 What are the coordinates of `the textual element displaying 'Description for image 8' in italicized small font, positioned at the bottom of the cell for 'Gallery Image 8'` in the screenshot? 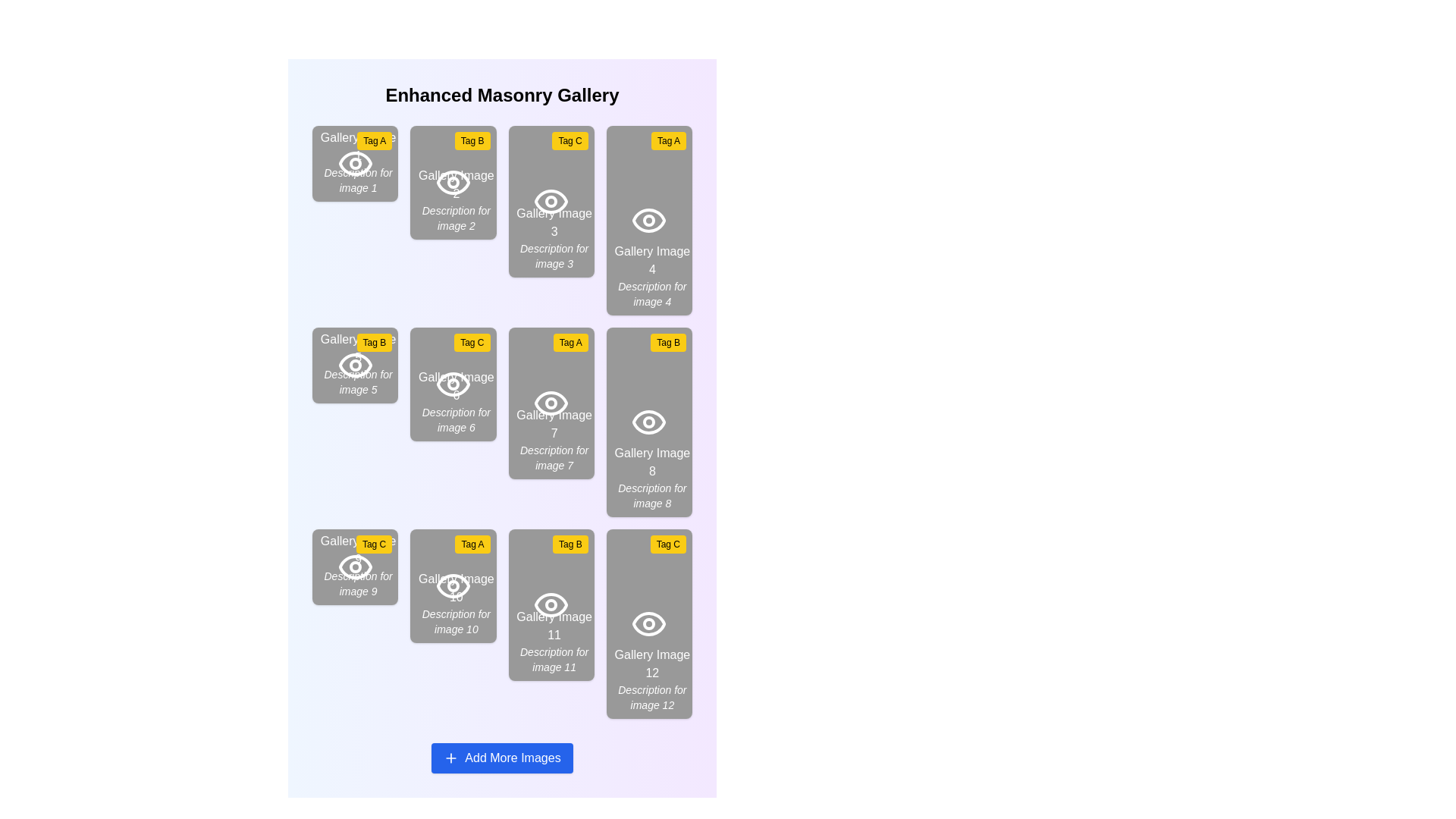 It's located at (652, 496).